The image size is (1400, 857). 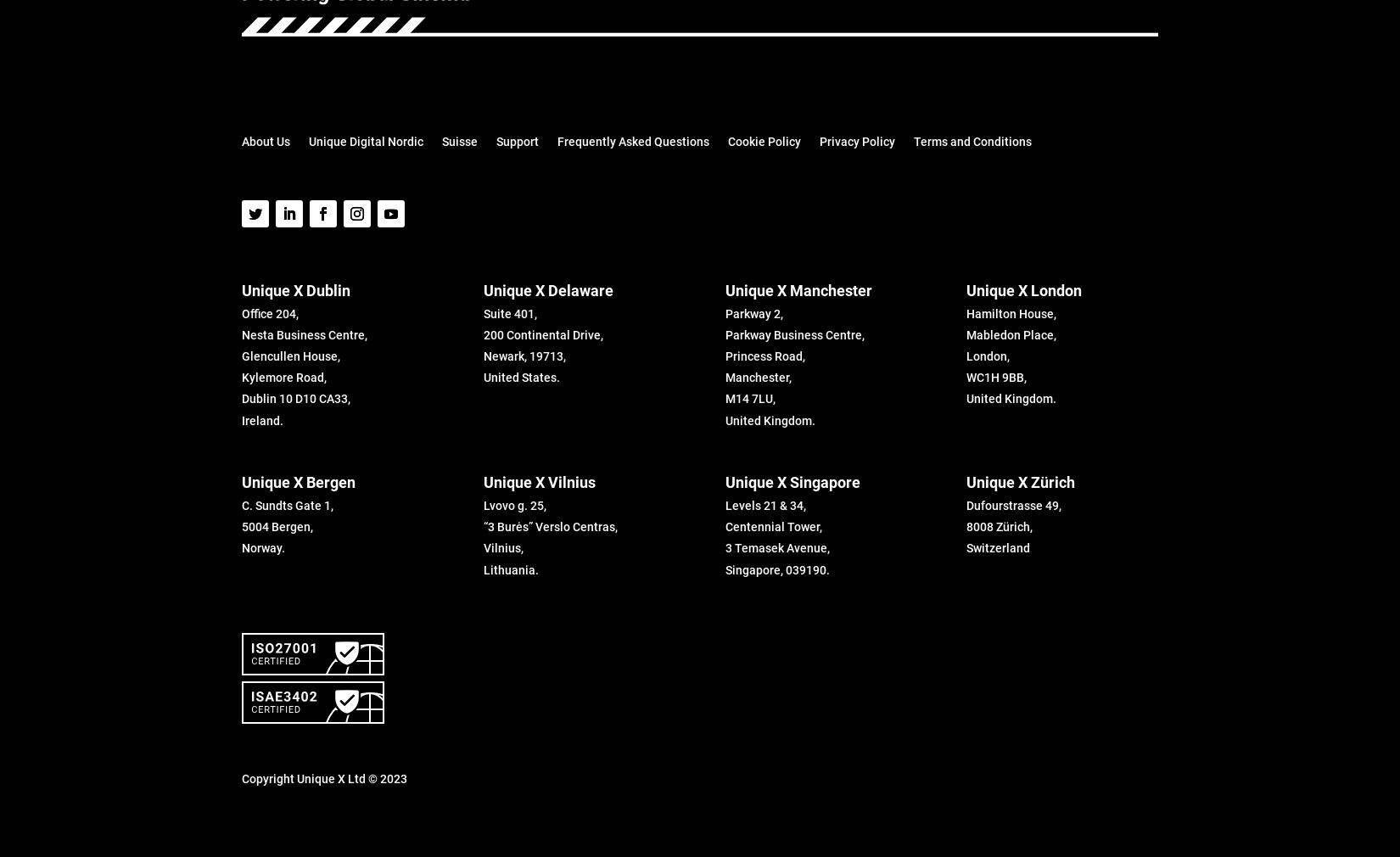 I want to click on 'Ireland.', so click(x=262, y=420).